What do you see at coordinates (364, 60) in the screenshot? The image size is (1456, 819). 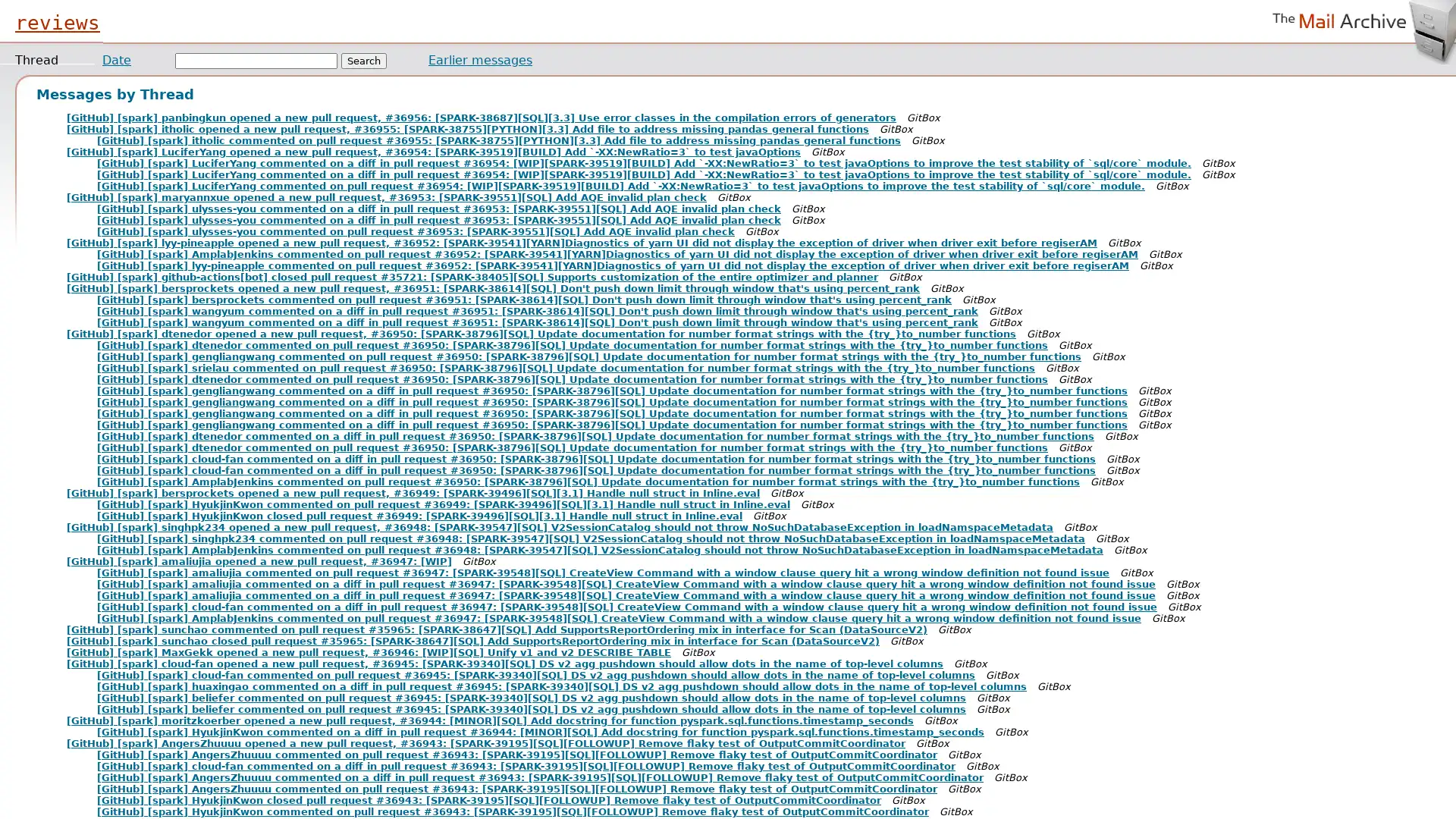 I see `Search` at bounding box center [364, 60].